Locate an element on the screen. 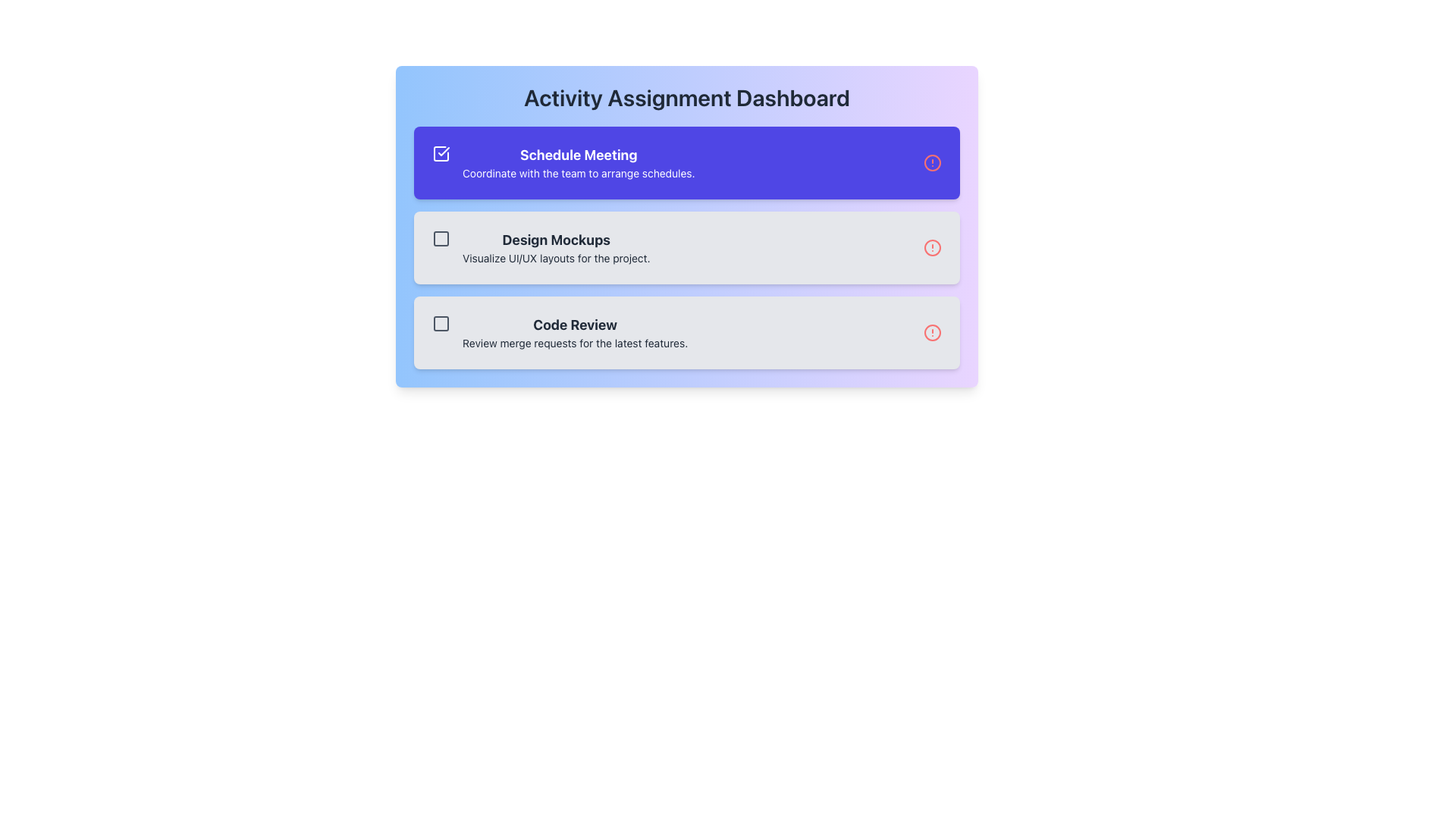  the Decorative Alert Icon located on the right-hand side of the third card titled 'Code Review' in the vertical list of cards is located at coordinates (931, 332).